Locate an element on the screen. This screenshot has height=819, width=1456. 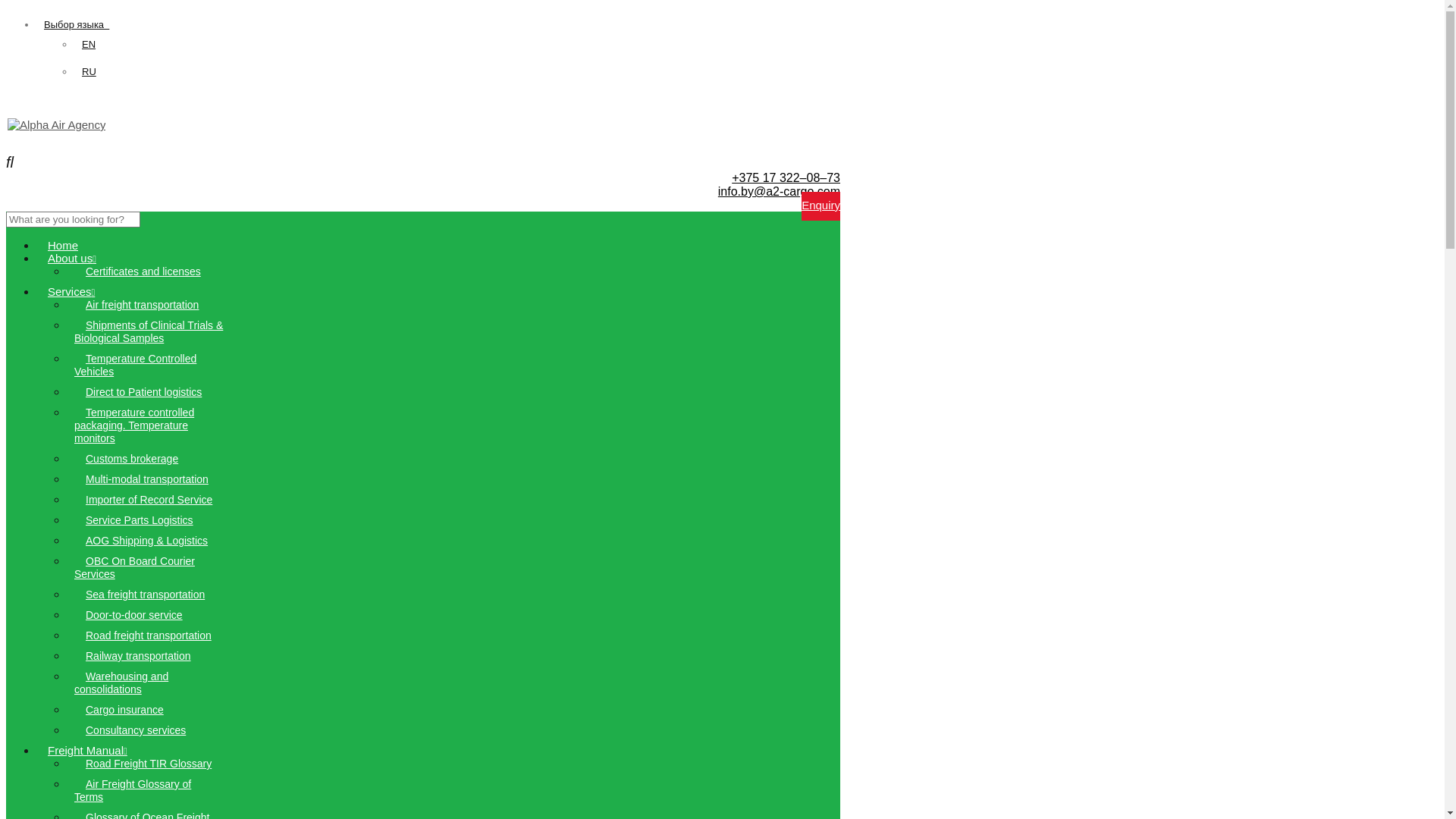
'Service Parts Logistics' is located at coordinates (139, 519).